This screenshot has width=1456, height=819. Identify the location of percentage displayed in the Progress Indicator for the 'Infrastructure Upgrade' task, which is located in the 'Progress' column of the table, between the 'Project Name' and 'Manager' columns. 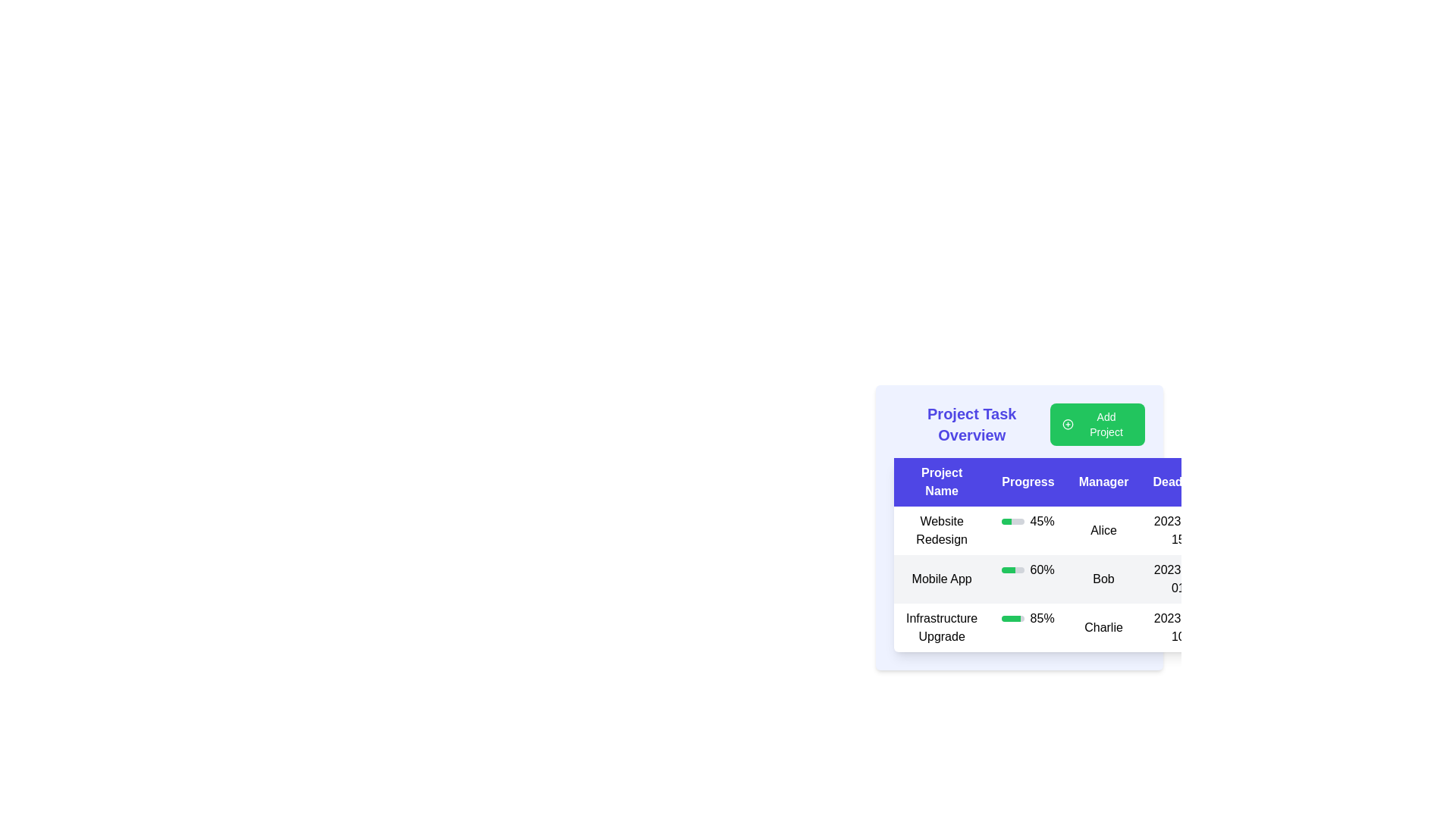
(1028, 619).